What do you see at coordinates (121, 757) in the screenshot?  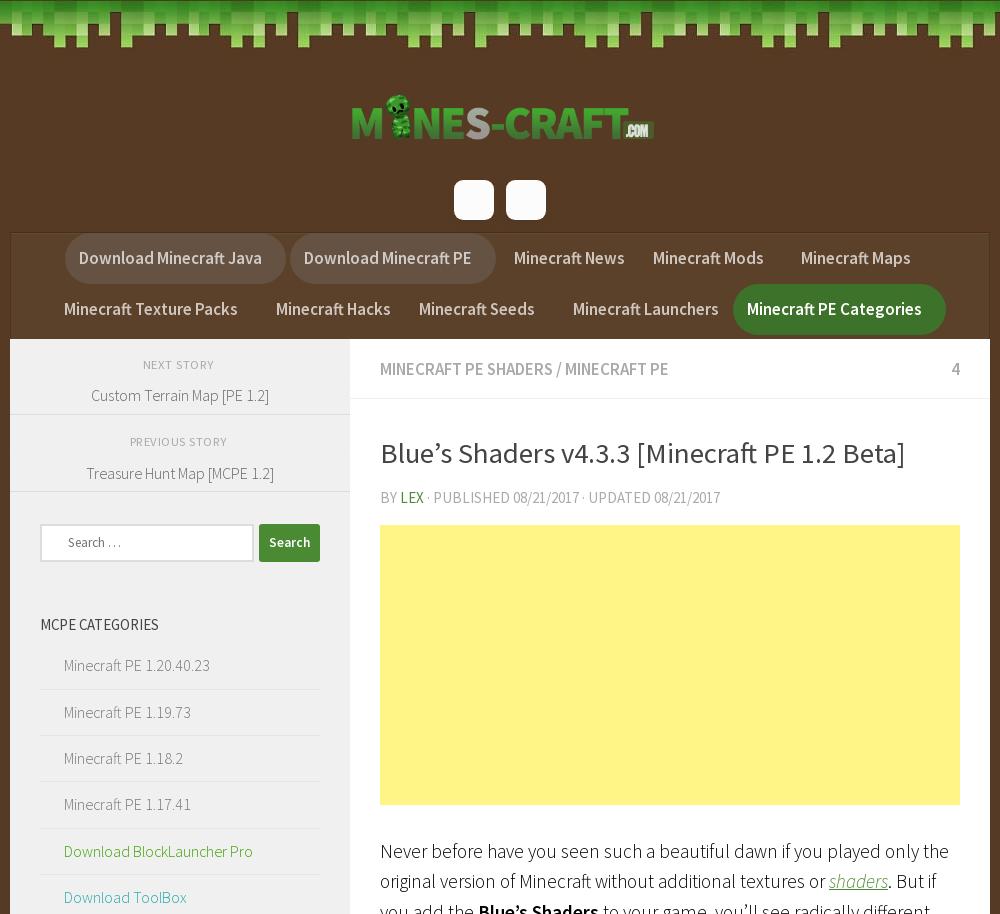 I see `'Minecraft PE 1.18.2'` at bounding box center [121, 757].